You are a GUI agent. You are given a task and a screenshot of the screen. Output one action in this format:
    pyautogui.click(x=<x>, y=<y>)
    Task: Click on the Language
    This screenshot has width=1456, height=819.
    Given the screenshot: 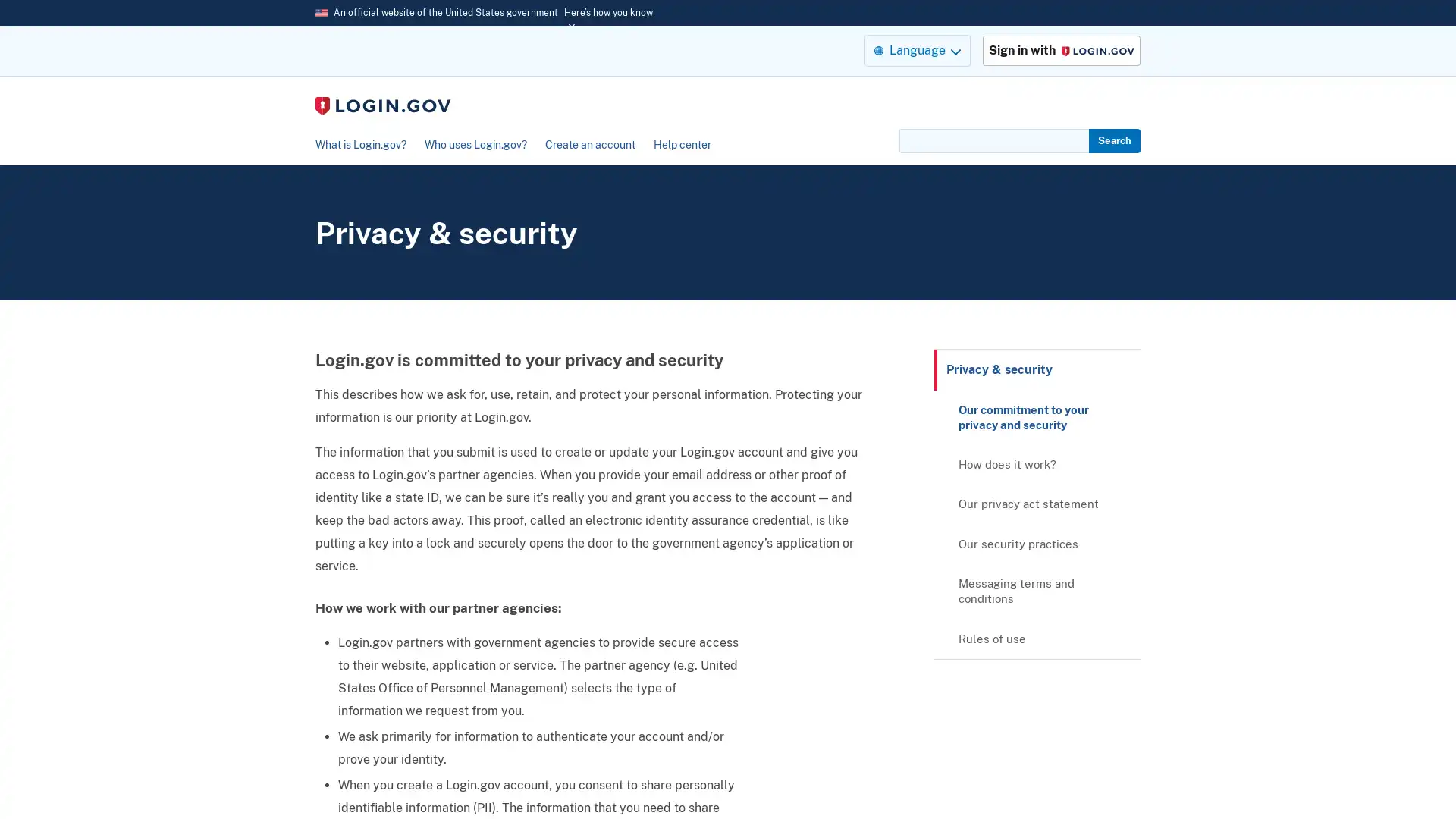 What is the action you would take?
    pyautogui.click(x=916, y=49)
    